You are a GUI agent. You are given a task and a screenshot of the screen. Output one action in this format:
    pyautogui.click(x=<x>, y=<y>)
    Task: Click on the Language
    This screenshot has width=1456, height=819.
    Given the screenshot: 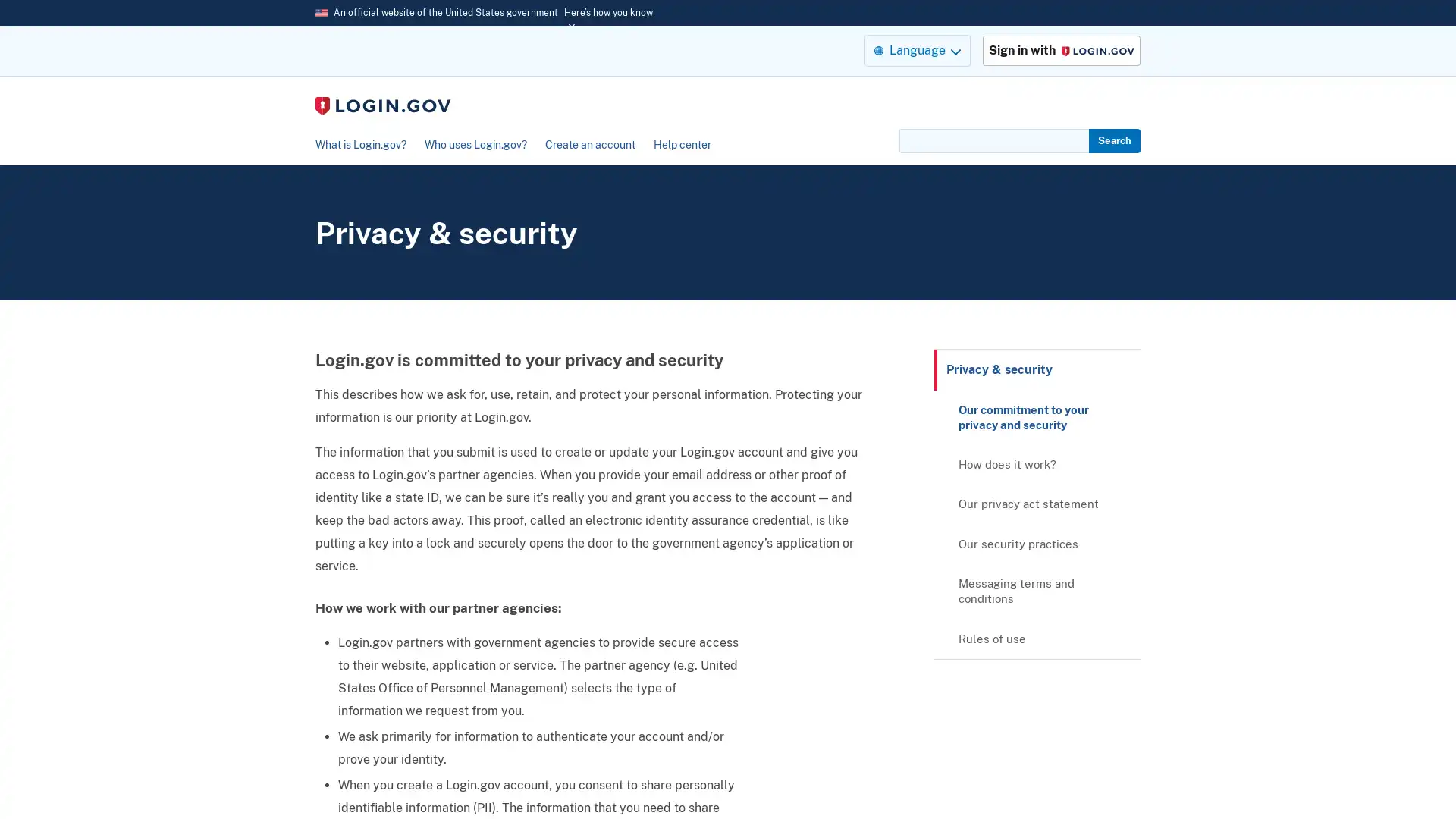 What is the action you would take?
    pyautogui.click(x=916, y=49)
    